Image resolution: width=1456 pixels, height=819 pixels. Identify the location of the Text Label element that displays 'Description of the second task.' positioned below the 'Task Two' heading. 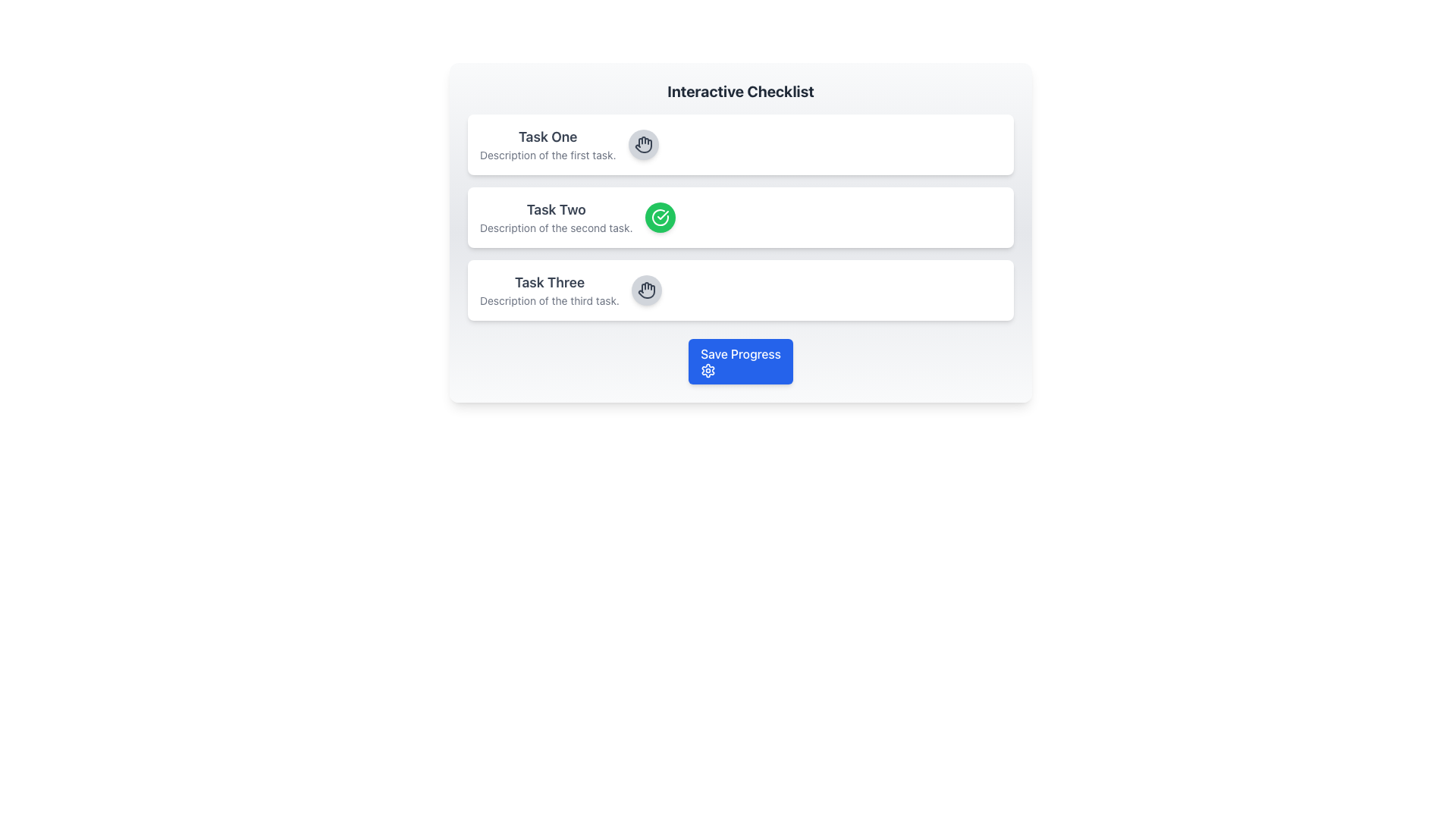
(555, 227).